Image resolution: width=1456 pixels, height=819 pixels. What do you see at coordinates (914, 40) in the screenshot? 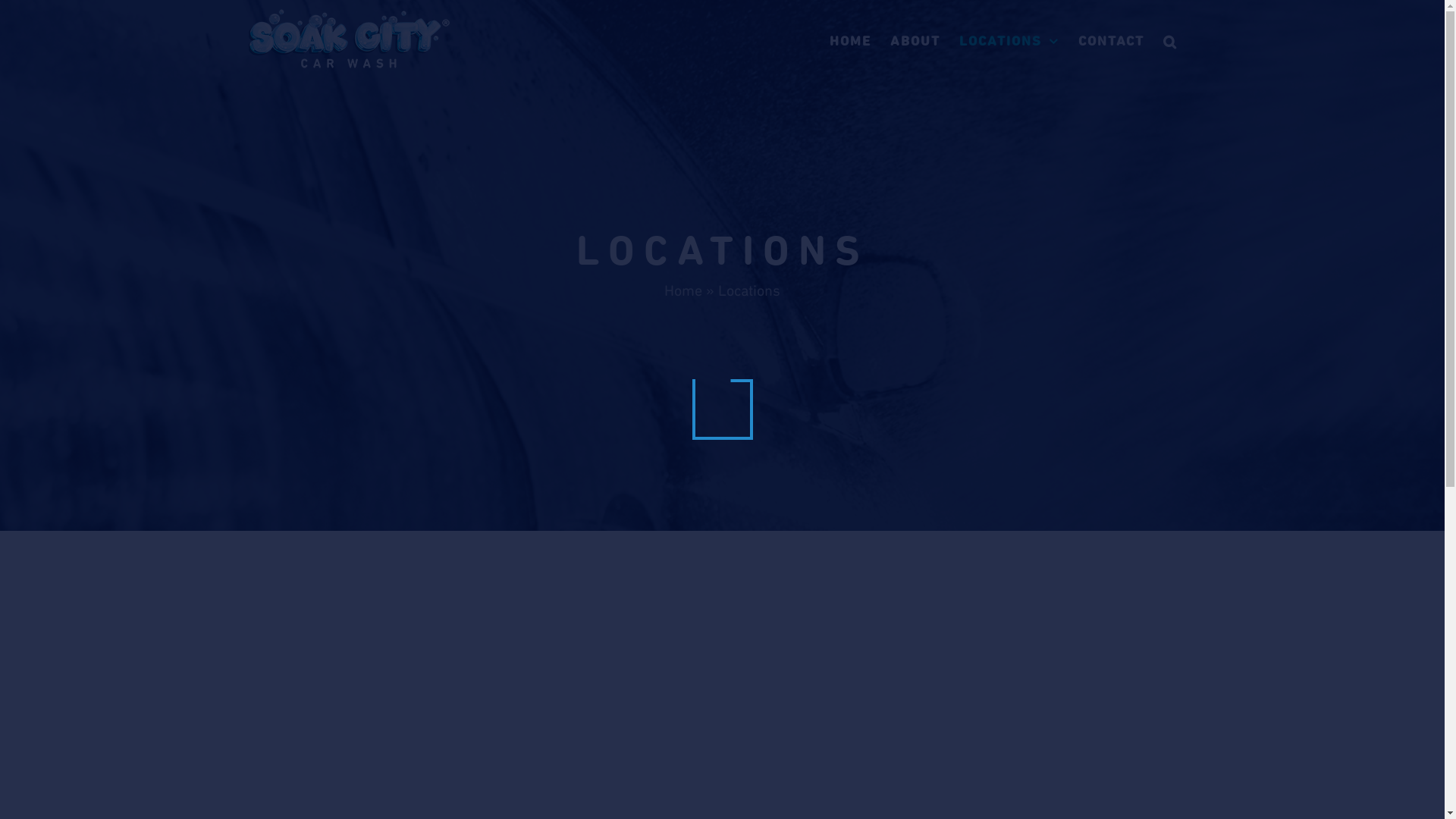
I see `'ABOUT'` at bounding box center [914, 40].